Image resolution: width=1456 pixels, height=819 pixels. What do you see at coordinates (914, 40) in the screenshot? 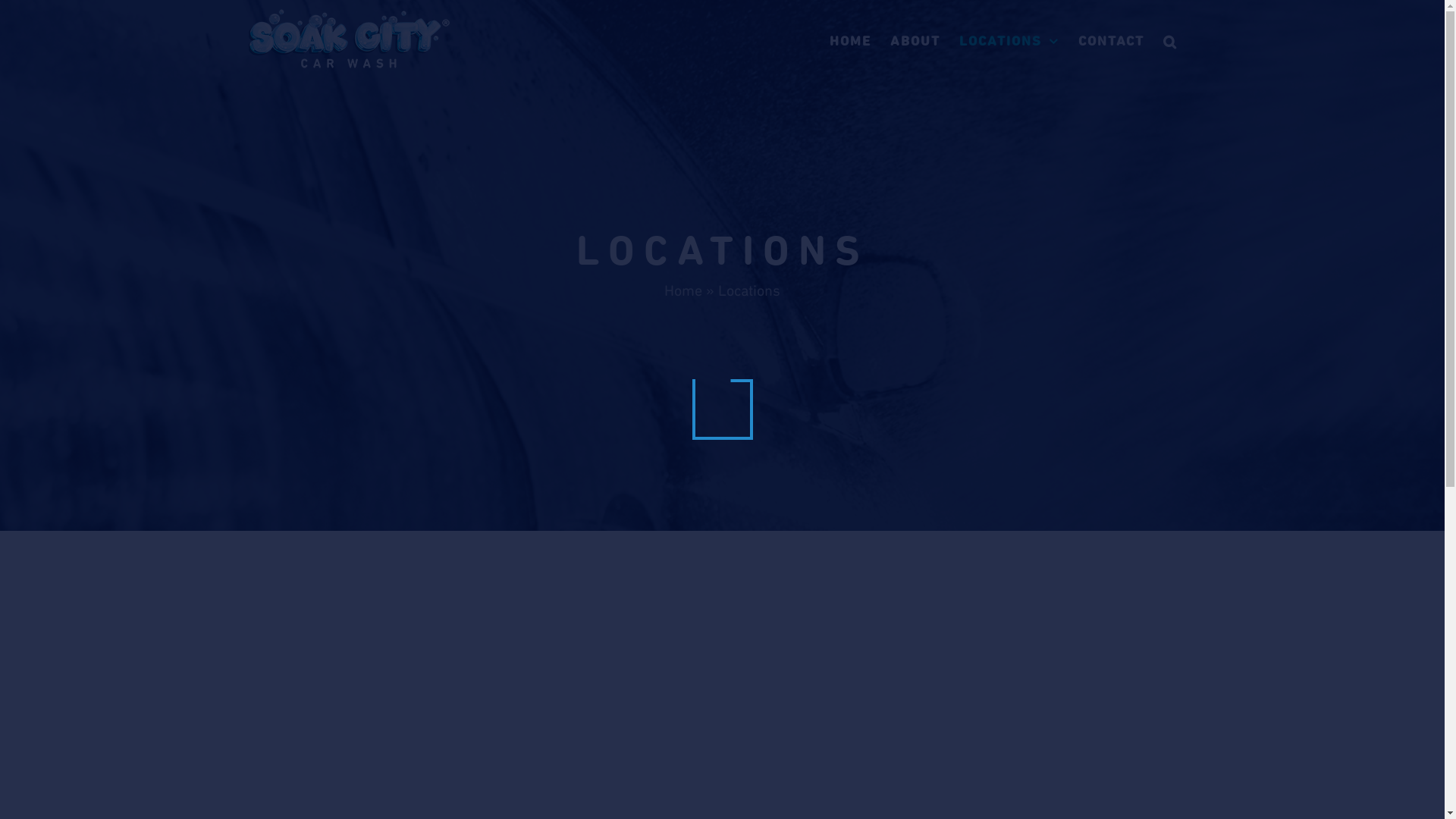
I see `'ABOUT'` at bounding box center [914, 40].